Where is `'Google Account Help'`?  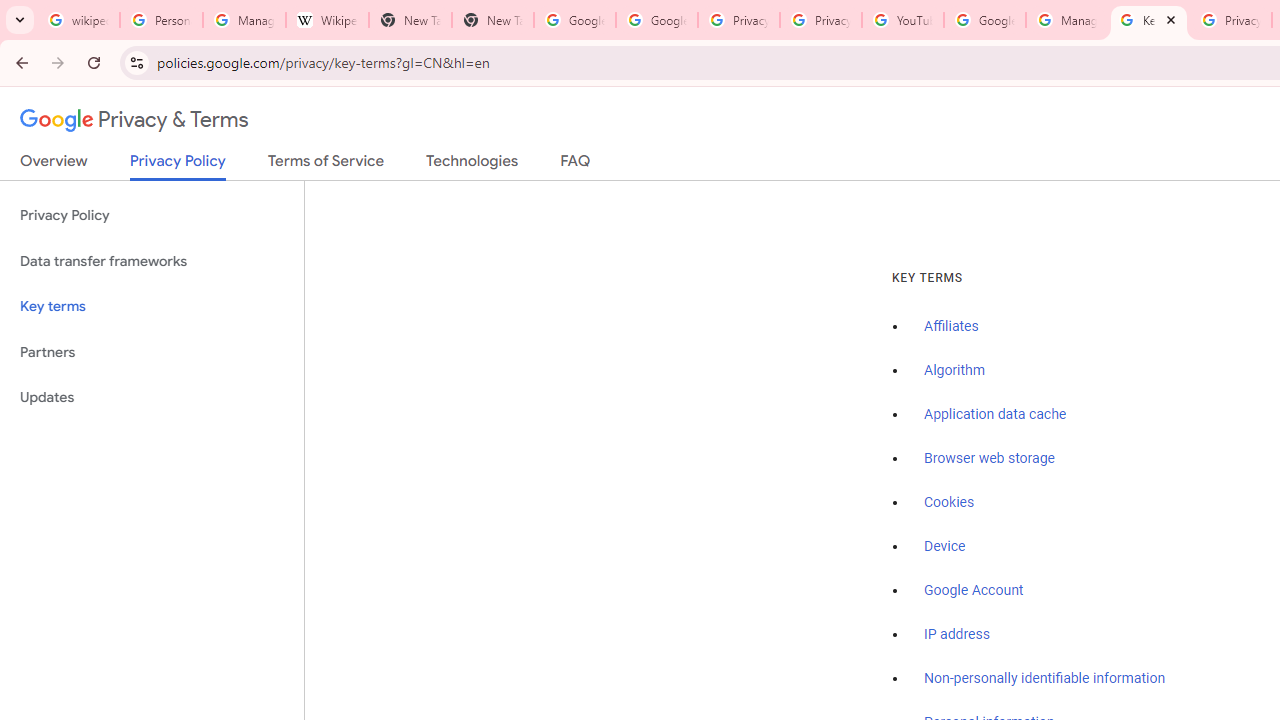 'Google Account Help' is located at coordinates (984, 20).